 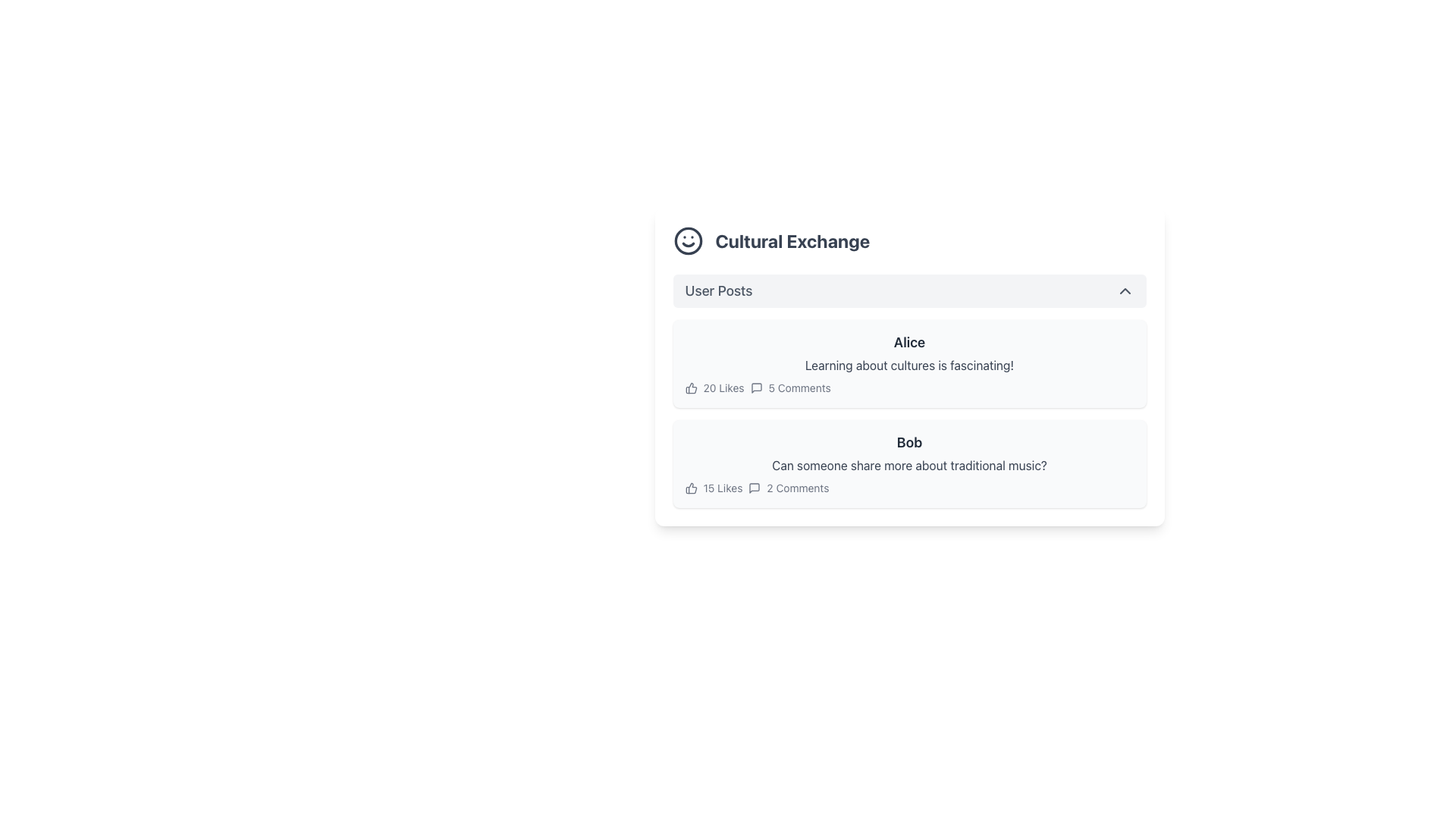 What do you see at coordinates (909, 463) in the screenshot?
I see `to select the post box containing the text 'Bob' and the question about traditional music, located in the 'Cultural Exchange' section` at bounding box center [909, 463].